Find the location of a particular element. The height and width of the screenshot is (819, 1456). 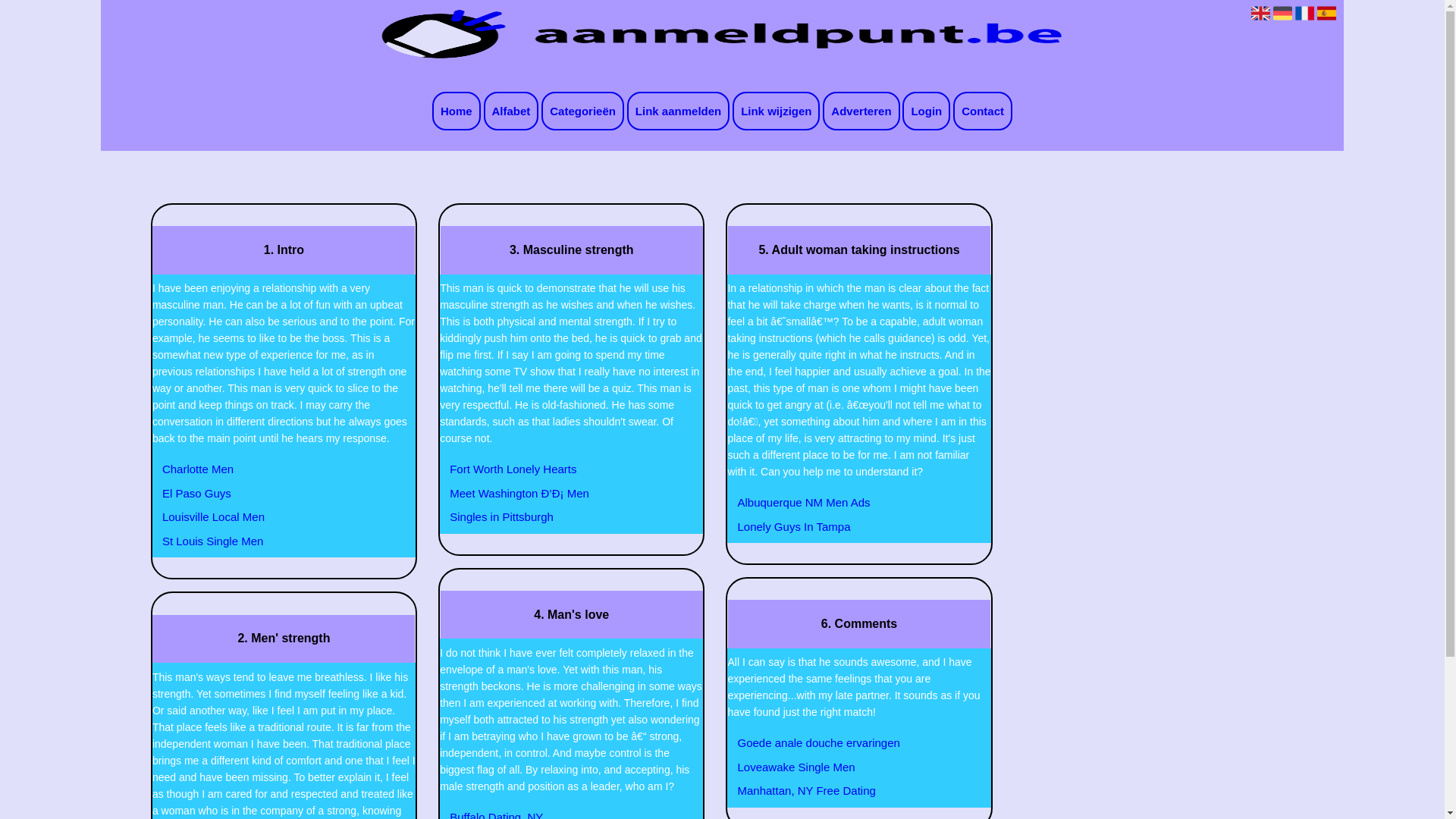

'El Paso Guys' is located at coordinates (154, 494).